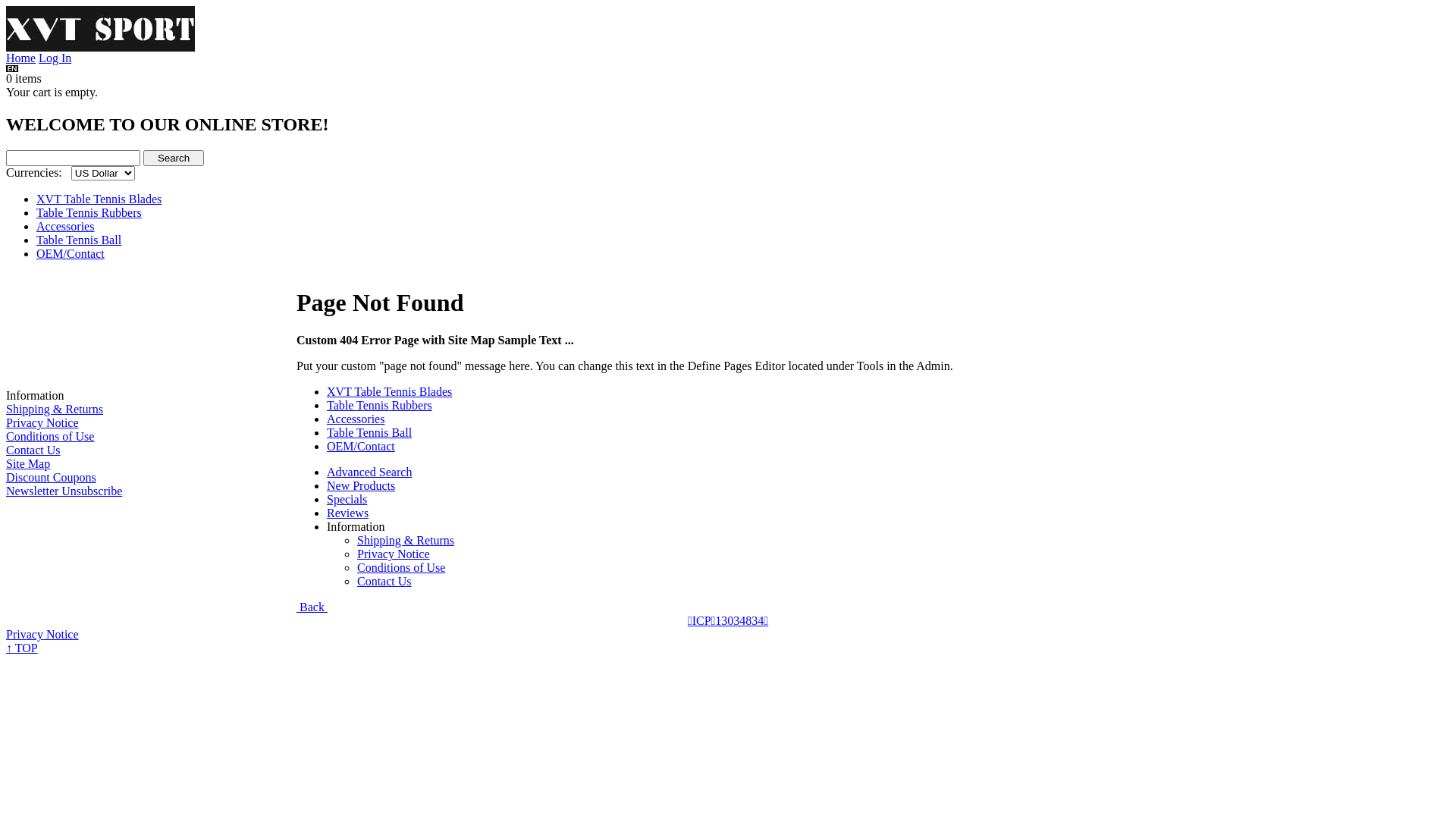 The width and height of the screenshot is (1456, 819). I want to click on 'Conditions of Use', so click(50, 436).